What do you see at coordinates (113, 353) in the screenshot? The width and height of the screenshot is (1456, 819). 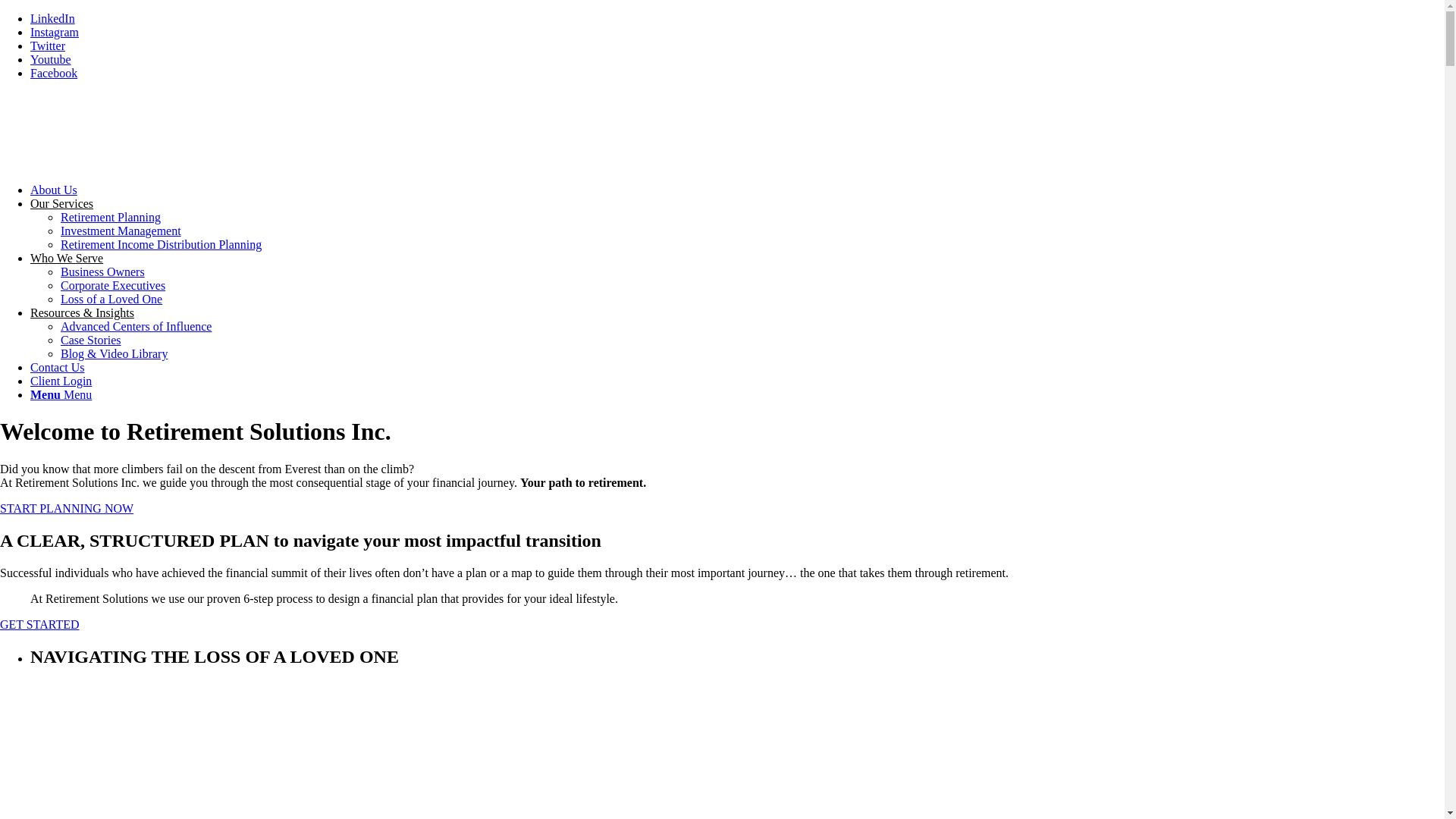 I see `'Blog & Video Library'` at bounding box center [113, 353].